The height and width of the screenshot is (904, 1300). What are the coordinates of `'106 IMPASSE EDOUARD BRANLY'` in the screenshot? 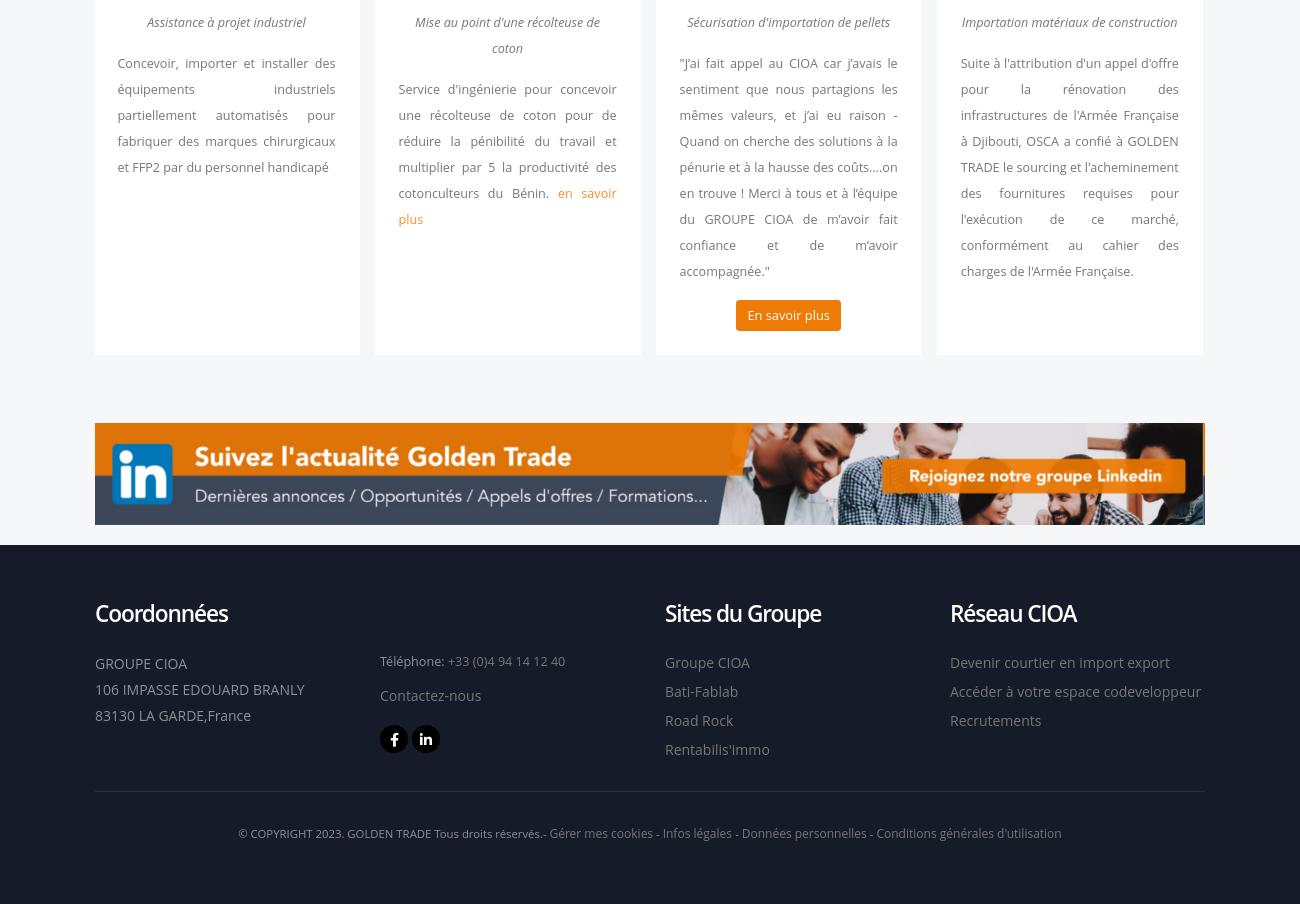 It's located at (199, 687).